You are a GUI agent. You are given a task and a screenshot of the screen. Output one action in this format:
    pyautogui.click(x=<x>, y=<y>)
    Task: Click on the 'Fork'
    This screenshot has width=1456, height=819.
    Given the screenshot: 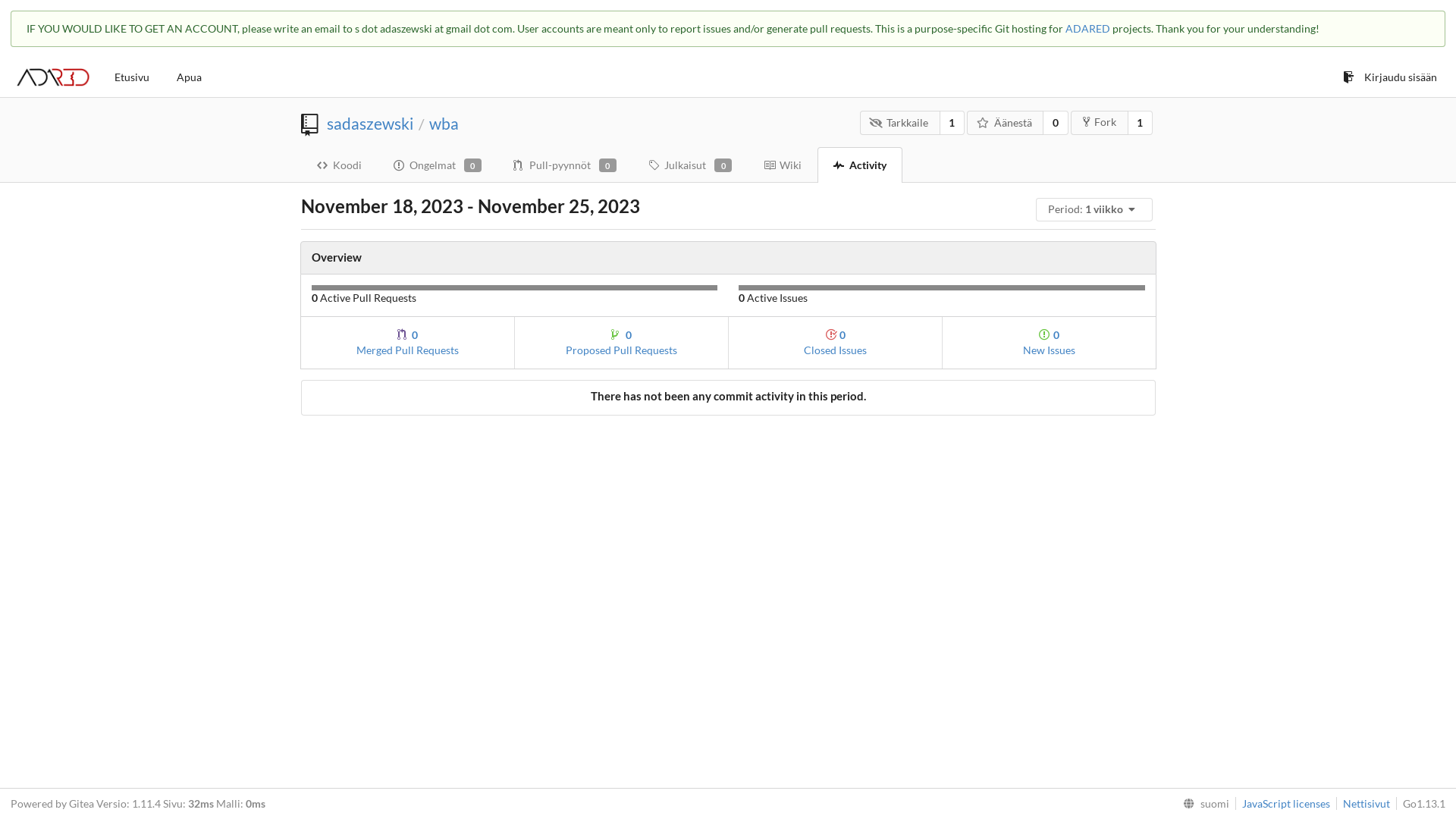 What is the action you would take?
    pyautogui.click(x=1099, y=122)
    